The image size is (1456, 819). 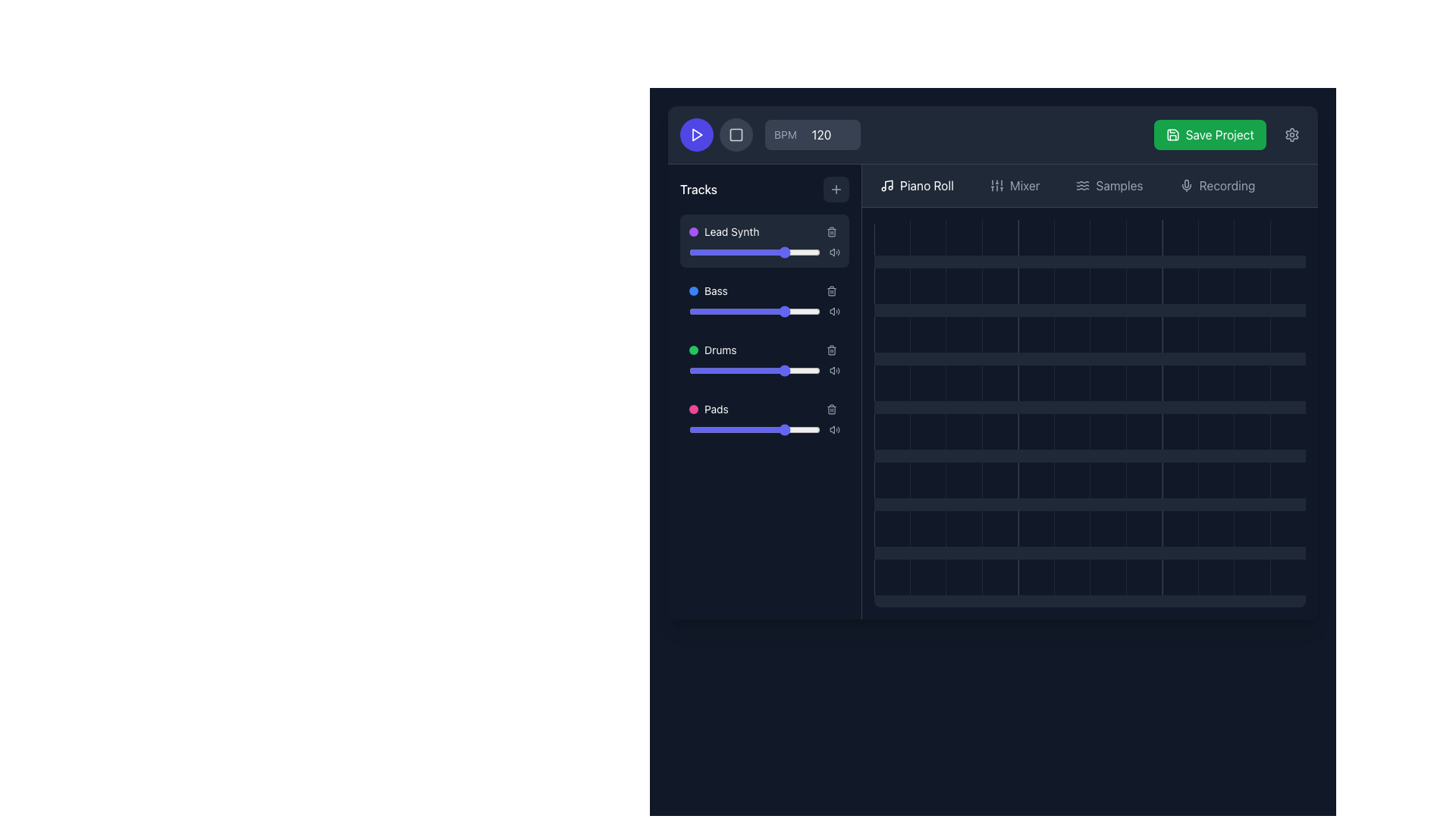 What do you see at coordinates (721, 311) in the screenshot?
I see `the slider value` at bounding box center [721, 311].